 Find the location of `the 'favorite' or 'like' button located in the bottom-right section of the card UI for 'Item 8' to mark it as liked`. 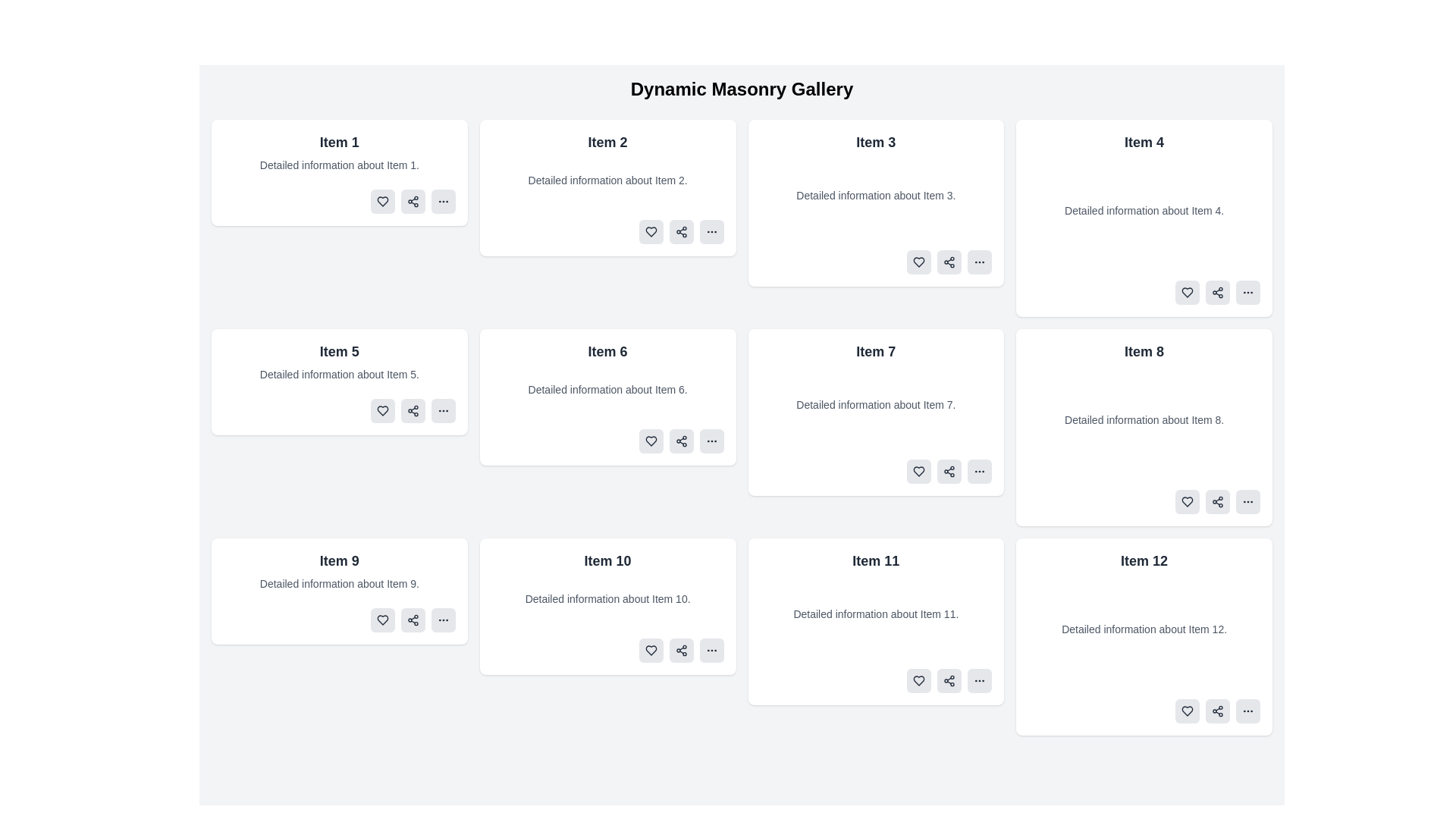

the 'favorite' or 'like' button located in the bottom-right section of the card UI for 'Item 8' to mark it as liked is located at coordinates (1186, 502).